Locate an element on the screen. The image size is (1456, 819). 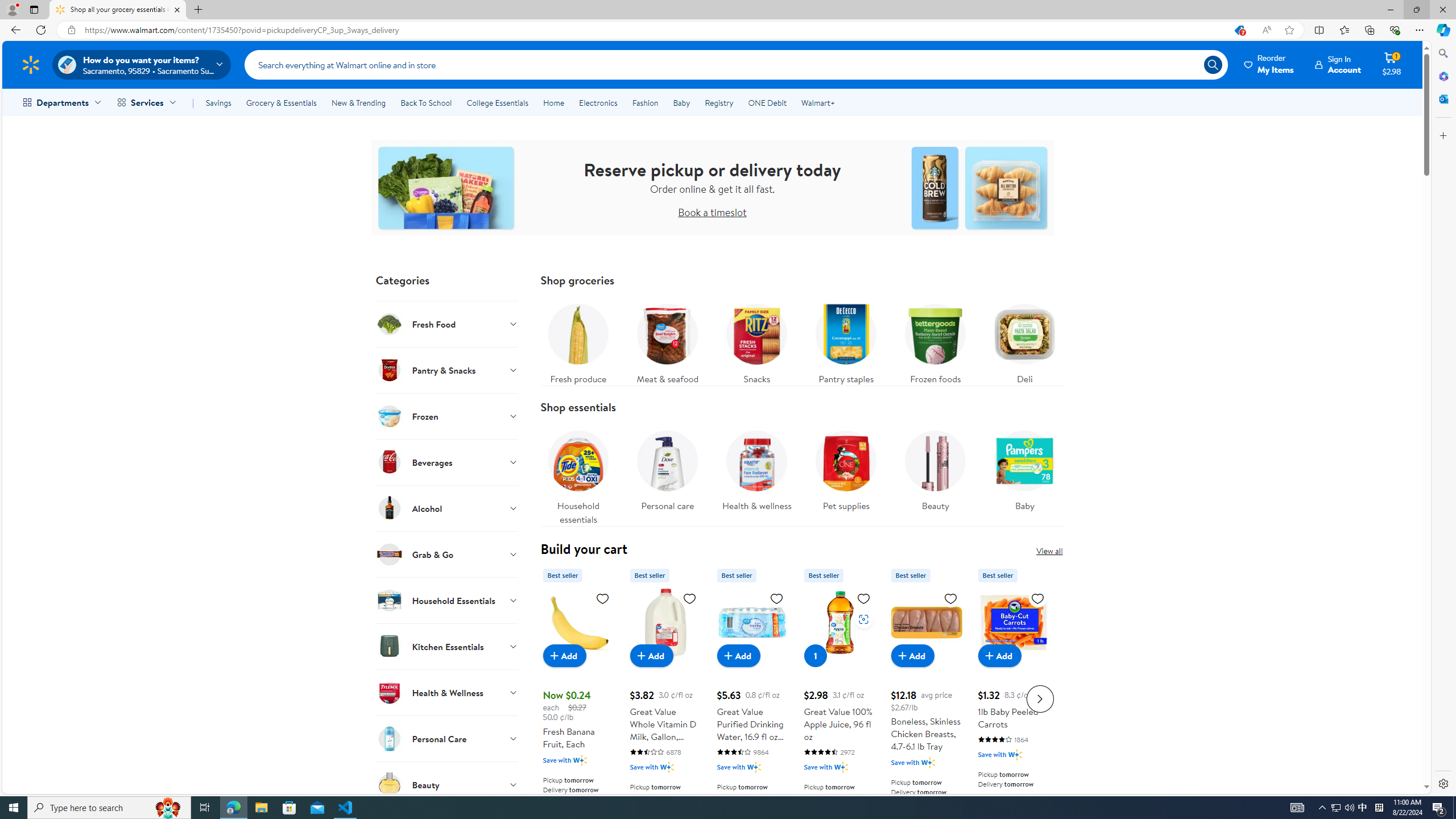
'Shop all your grocery essentials in one place! - Walmart.com' is located at coordinates (118, 9).